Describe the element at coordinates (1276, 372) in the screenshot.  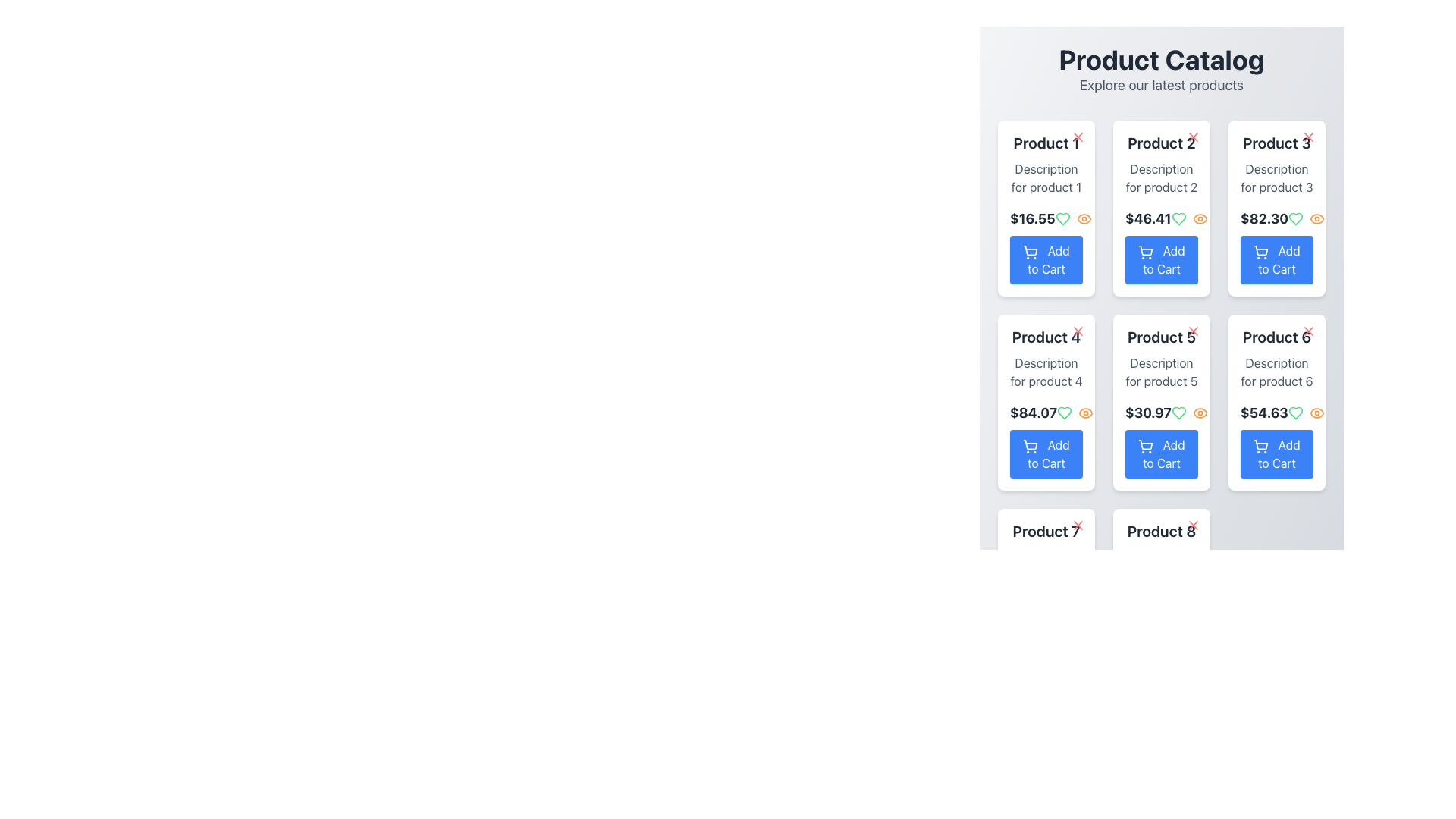
I see `the text block displaying 'Description for product 6' within the card for Product 6, located in the third column and second row of the grid layout` at that location.